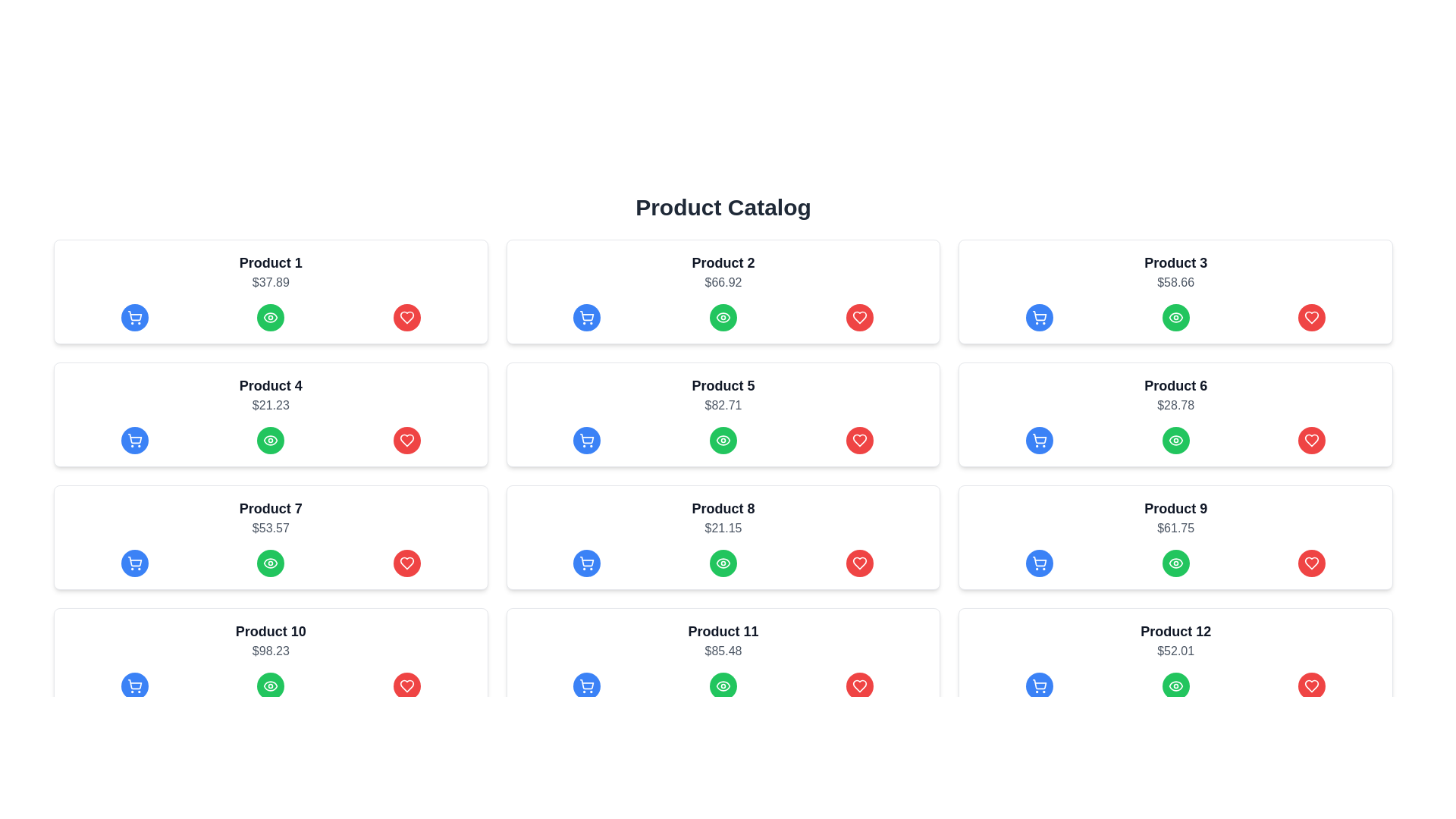 Image resolution: width=1456 pixels, height=819 pixels. What do you see at coordinates (723, 283) in the screenshot?
I see `the text label displaying the price '$66.92', which is located beneath the title 'Product 2' on the second card in the first row of the product grid` at bounding box center [723, 283].